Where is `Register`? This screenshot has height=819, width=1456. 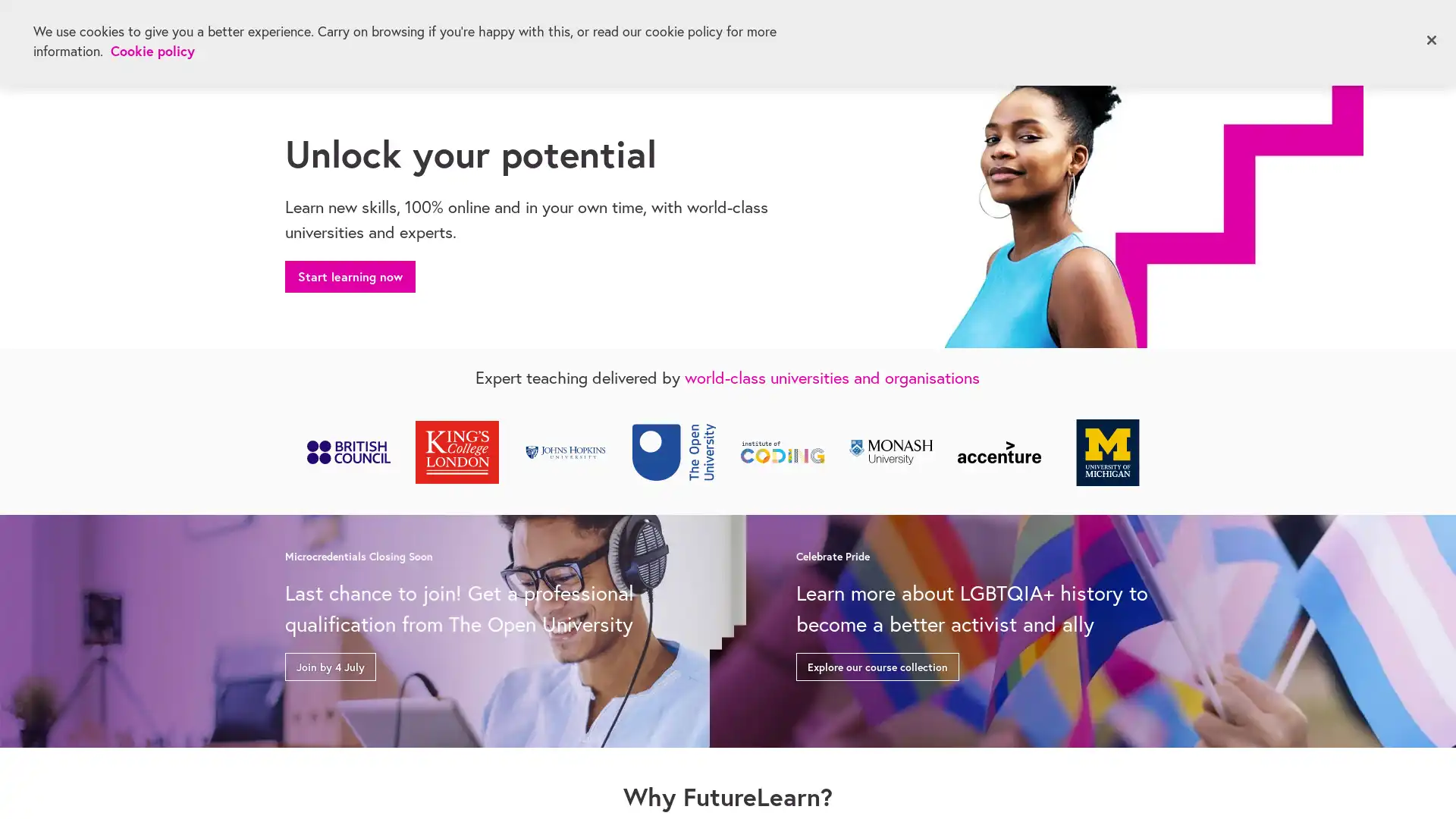 Register is located at coordinates (1407, 33).